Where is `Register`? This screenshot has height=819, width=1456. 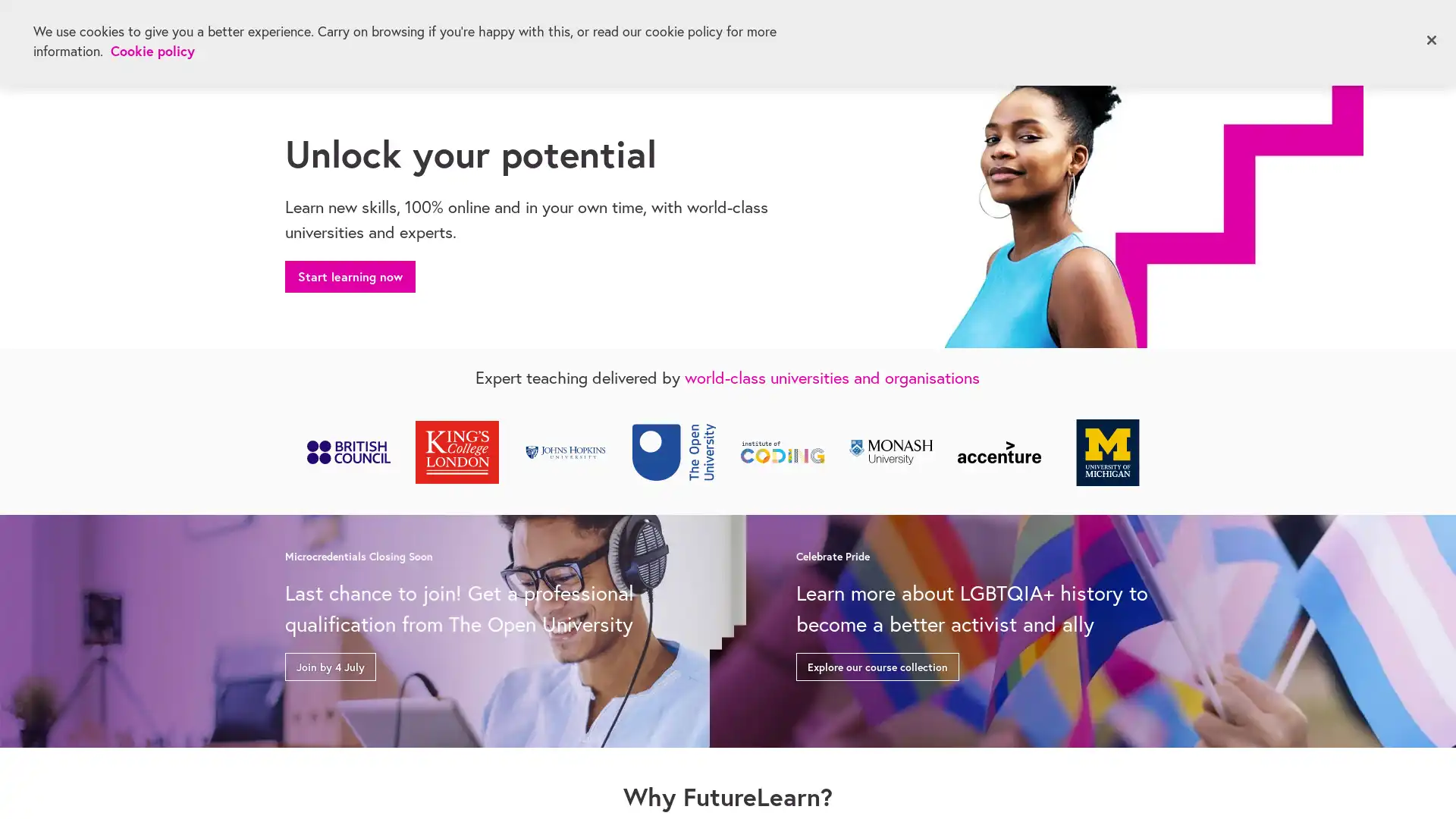 Register is located at coordinates (1407, 33).